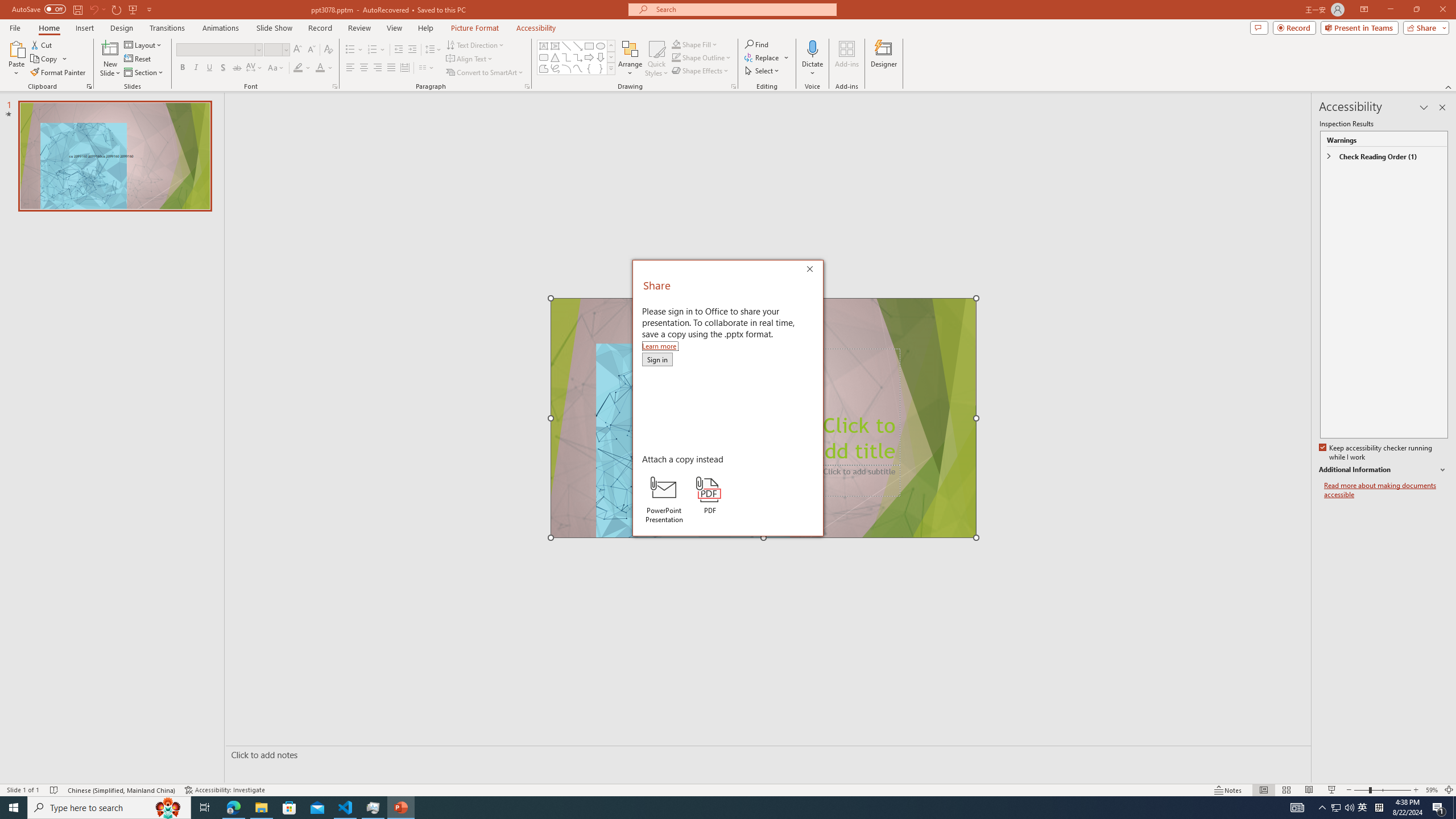  Describe the element at coordinates (334, 85) in the screenshot. I see `'Font...'` at that location.